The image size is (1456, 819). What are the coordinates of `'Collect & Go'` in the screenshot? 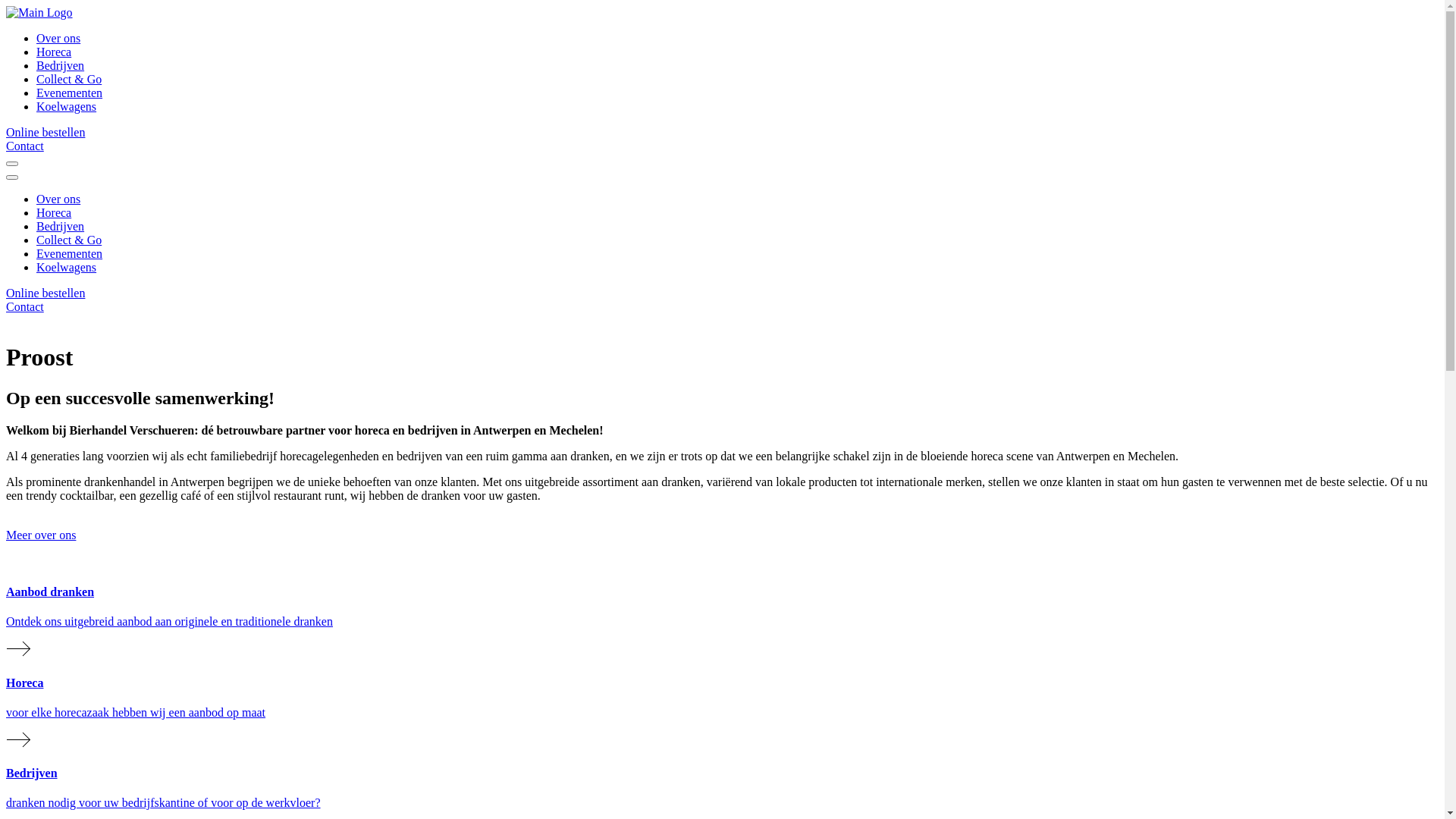 It's located at (68, 239).